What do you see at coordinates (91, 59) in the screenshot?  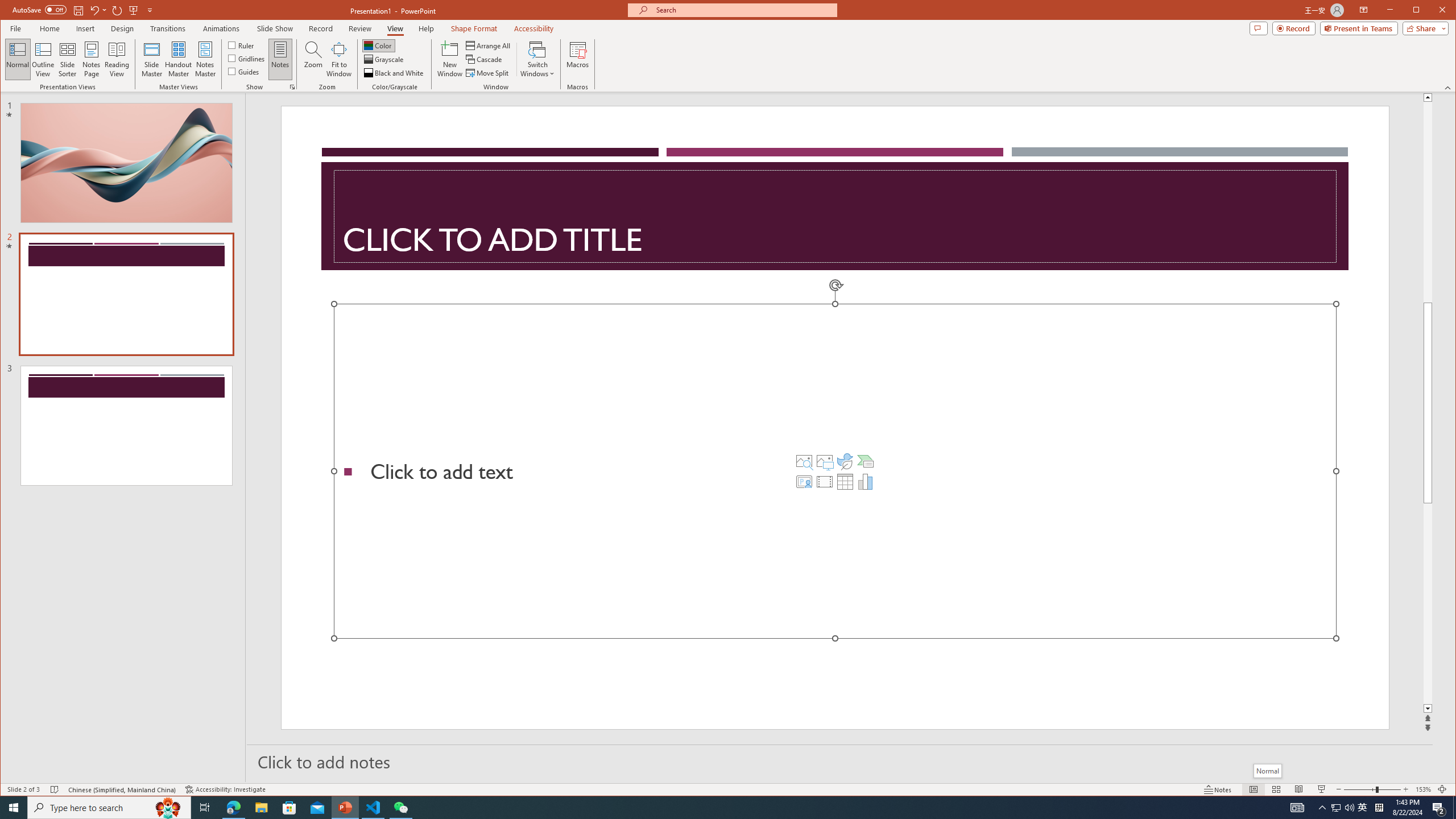 I see `'Notes Page'` at bounding box center [91, 59].